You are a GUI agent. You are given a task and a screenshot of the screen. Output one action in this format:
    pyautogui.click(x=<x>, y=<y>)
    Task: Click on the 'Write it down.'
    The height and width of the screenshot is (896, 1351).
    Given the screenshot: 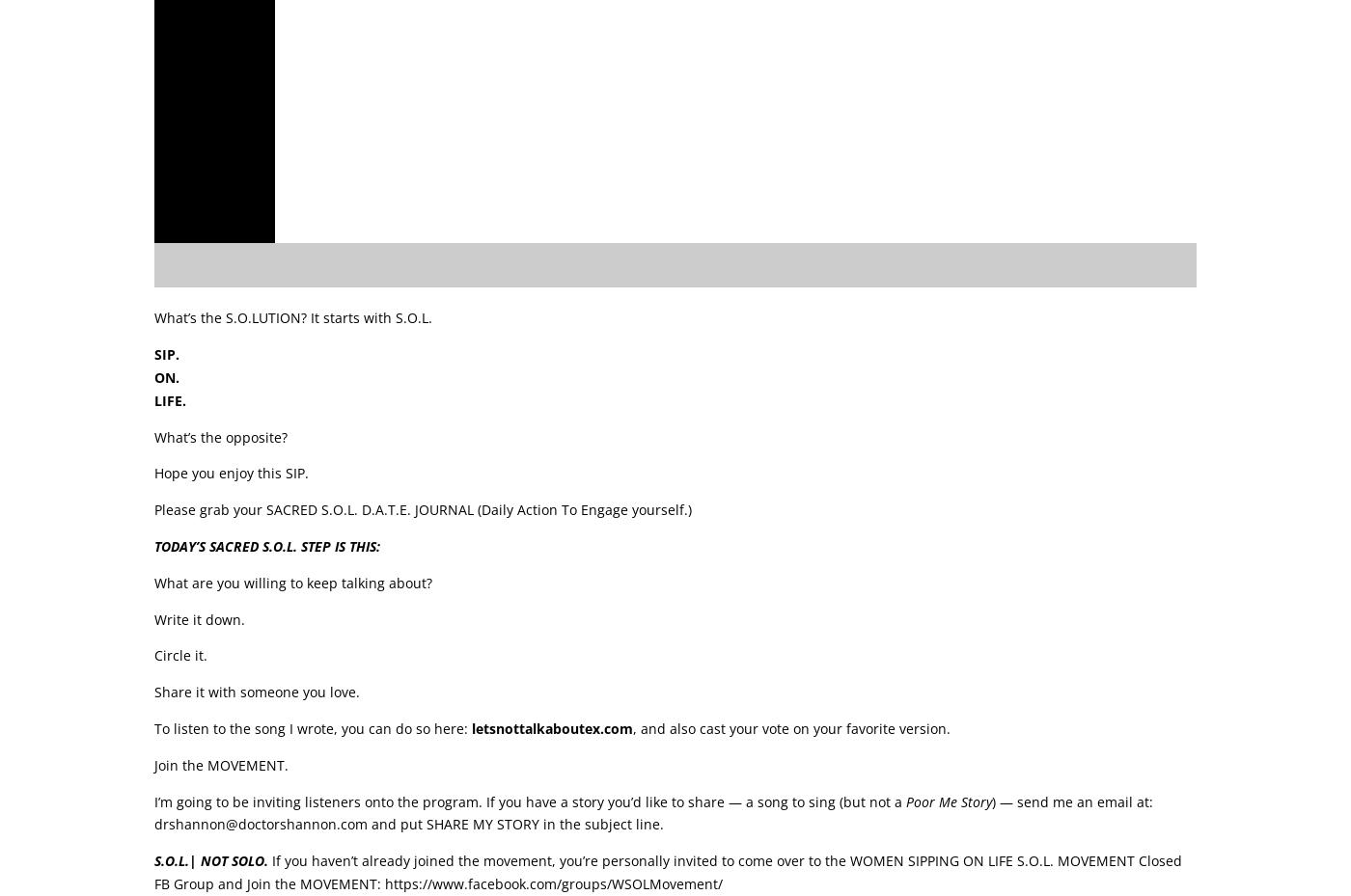 What is the action you would take?
    pyautogui.click(x=200, y=617)
    